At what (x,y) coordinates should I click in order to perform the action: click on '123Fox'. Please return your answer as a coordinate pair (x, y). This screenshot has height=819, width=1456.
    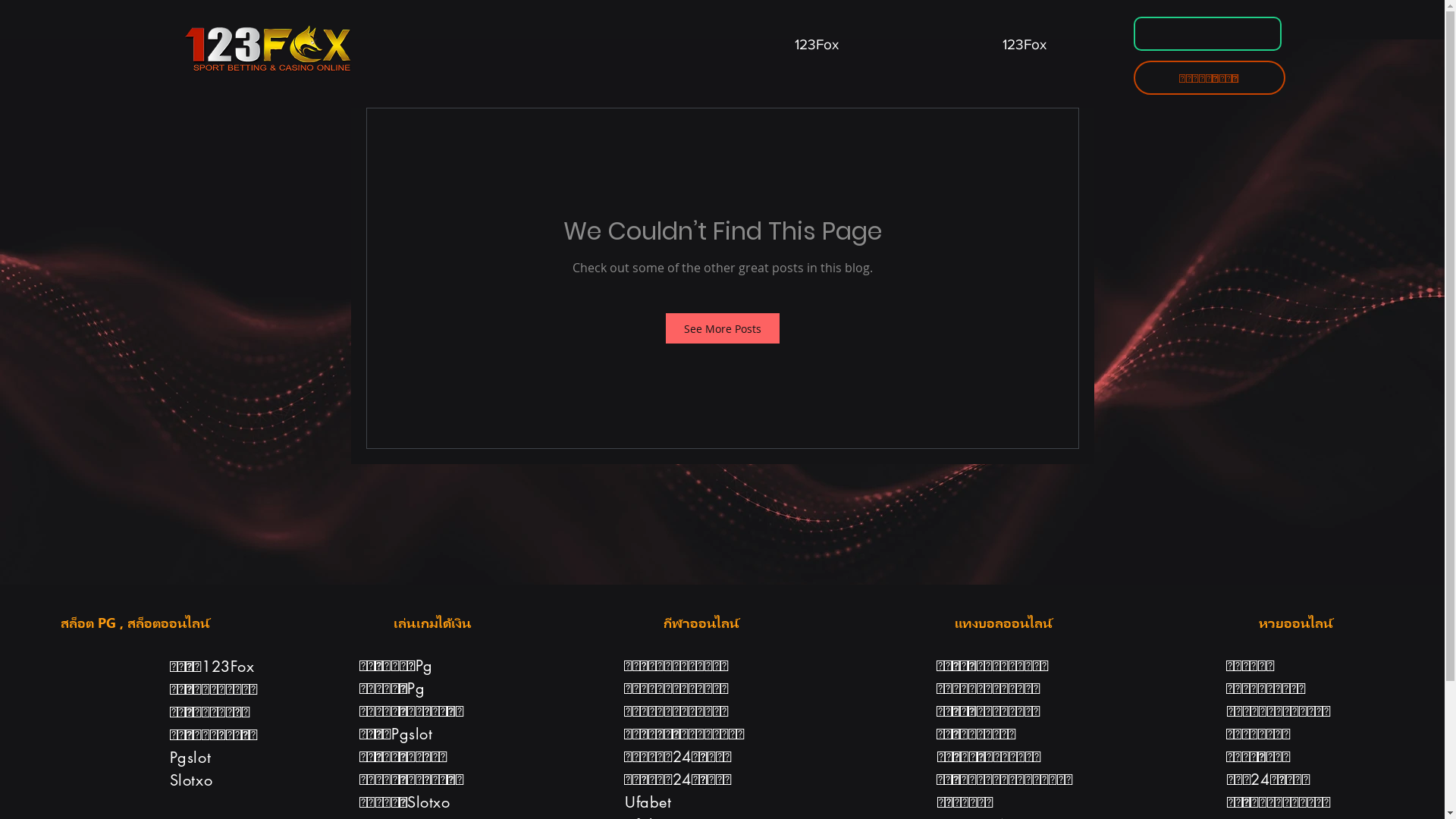
    Looking at the image, I should click on (1024, 36).